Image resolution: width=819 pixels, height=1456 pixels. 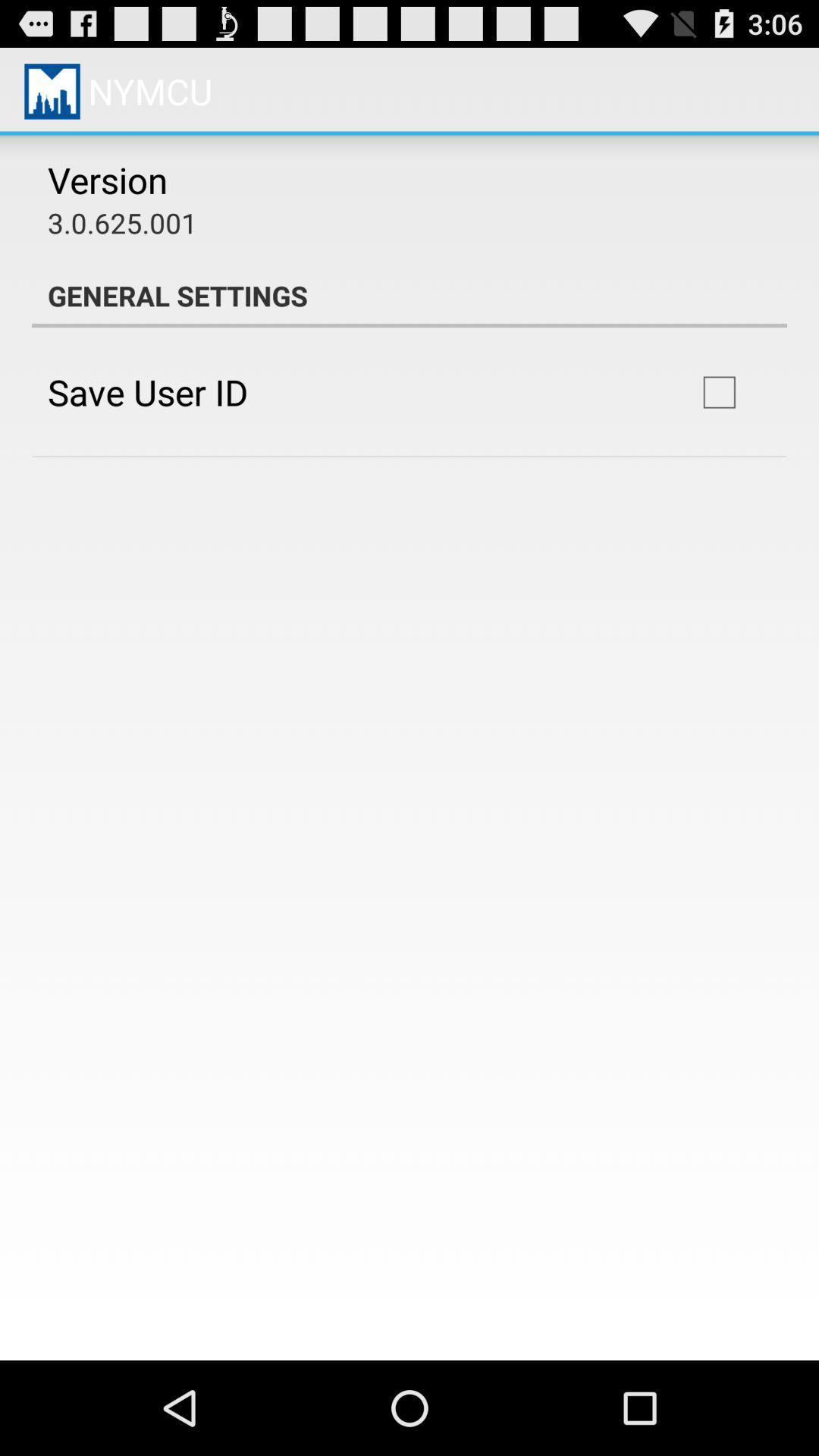 I want to click on version app, so click(x=107, y=180).